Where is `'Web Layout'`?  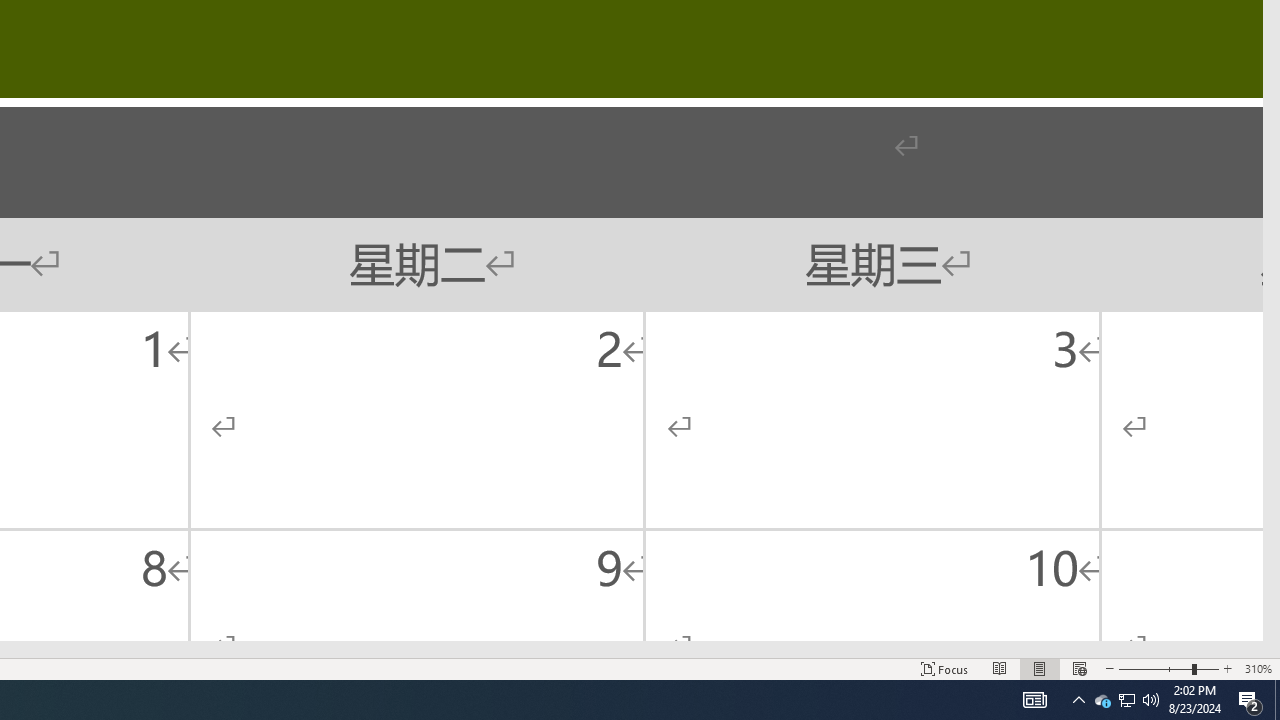
'Web Layout' is located at coordinates (1078, 669).